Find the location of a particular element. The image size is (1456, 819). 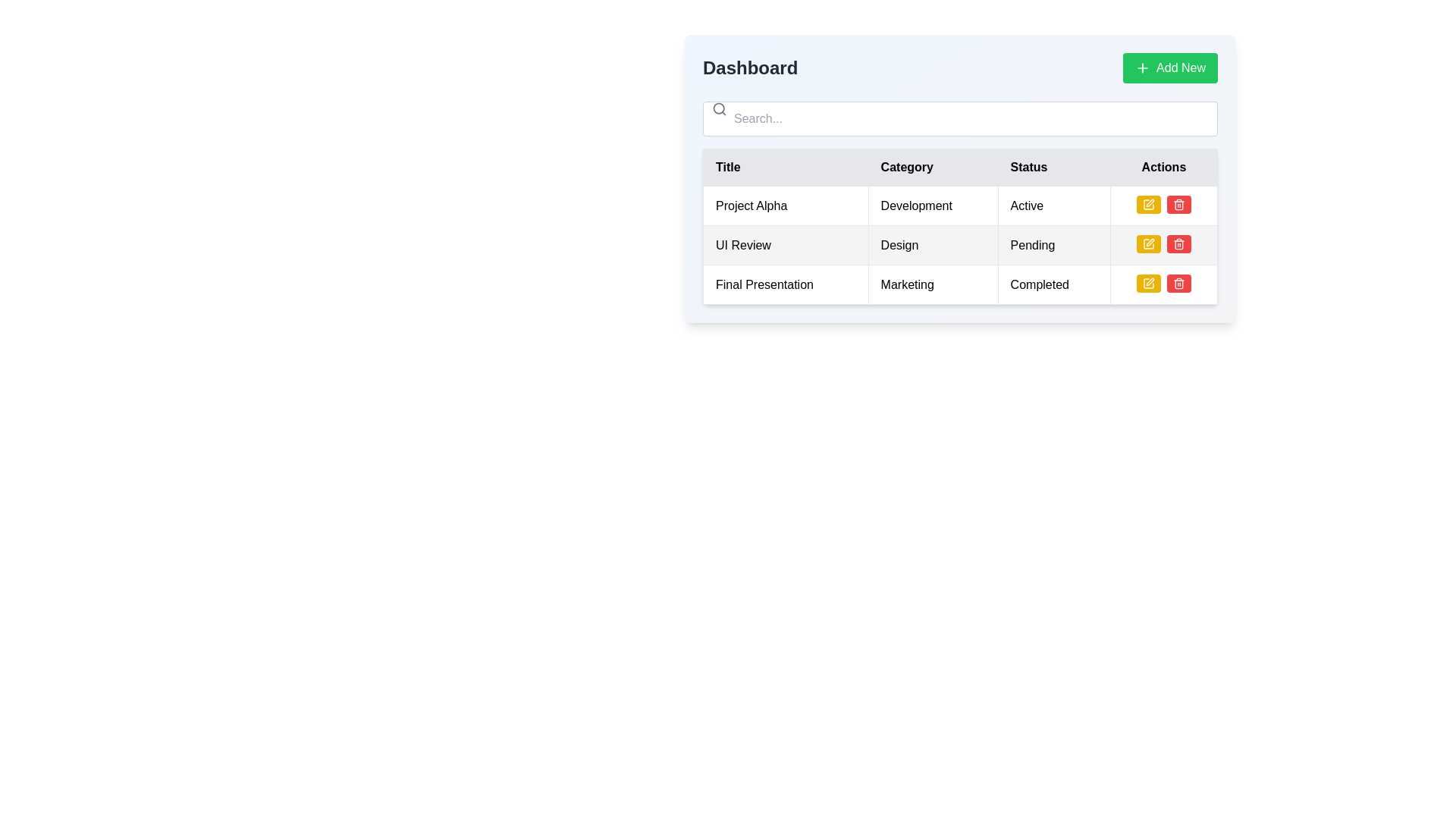

the edit button in the Button group for the 'Project Alpha' entry in the Actions column of the table, located to the right of the 'Status' value 'Active' is located at coordinates (1163, 206).